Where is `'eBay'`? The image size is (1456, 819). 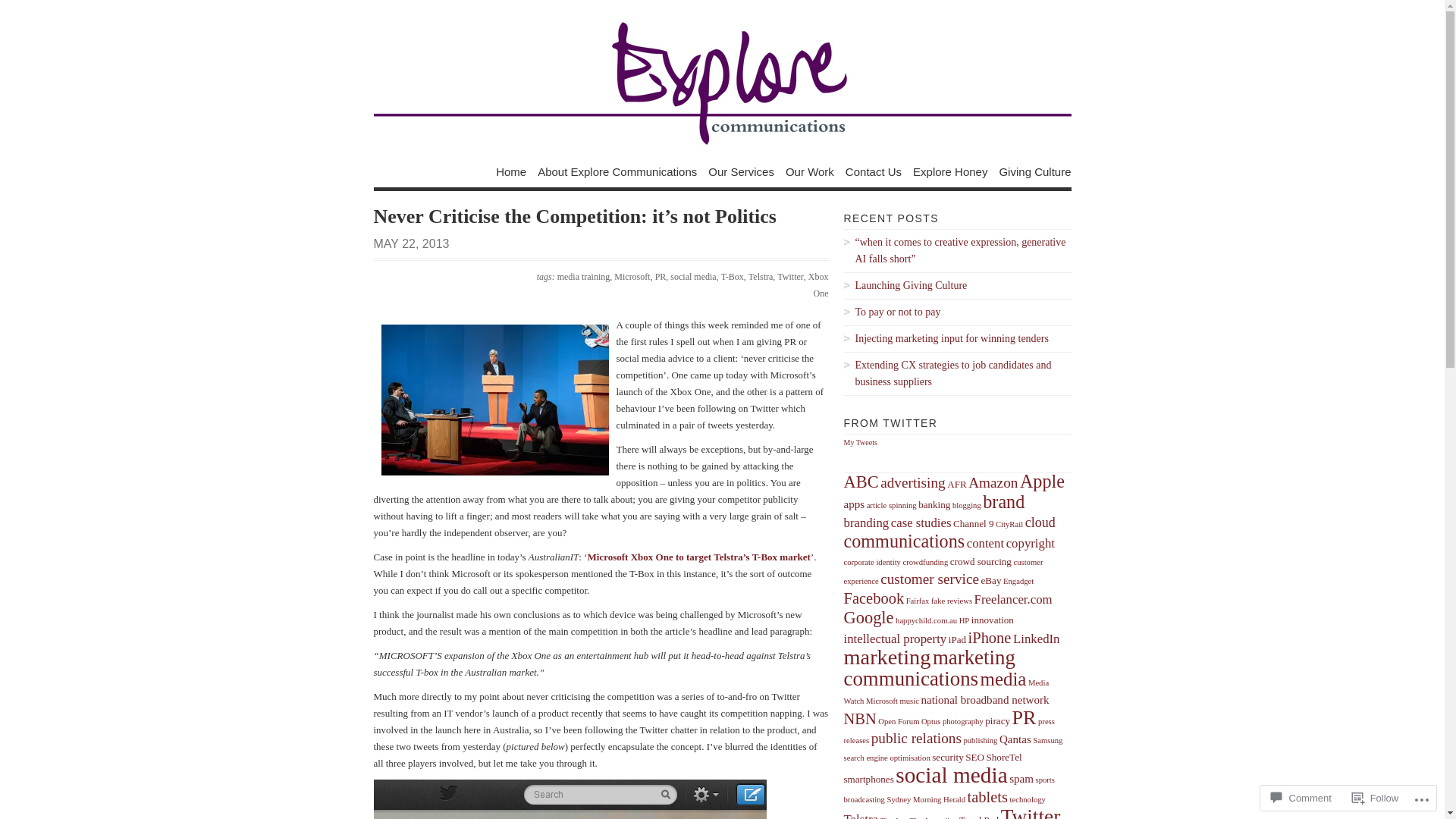 'eBay' is located at coordinates (981, 580).